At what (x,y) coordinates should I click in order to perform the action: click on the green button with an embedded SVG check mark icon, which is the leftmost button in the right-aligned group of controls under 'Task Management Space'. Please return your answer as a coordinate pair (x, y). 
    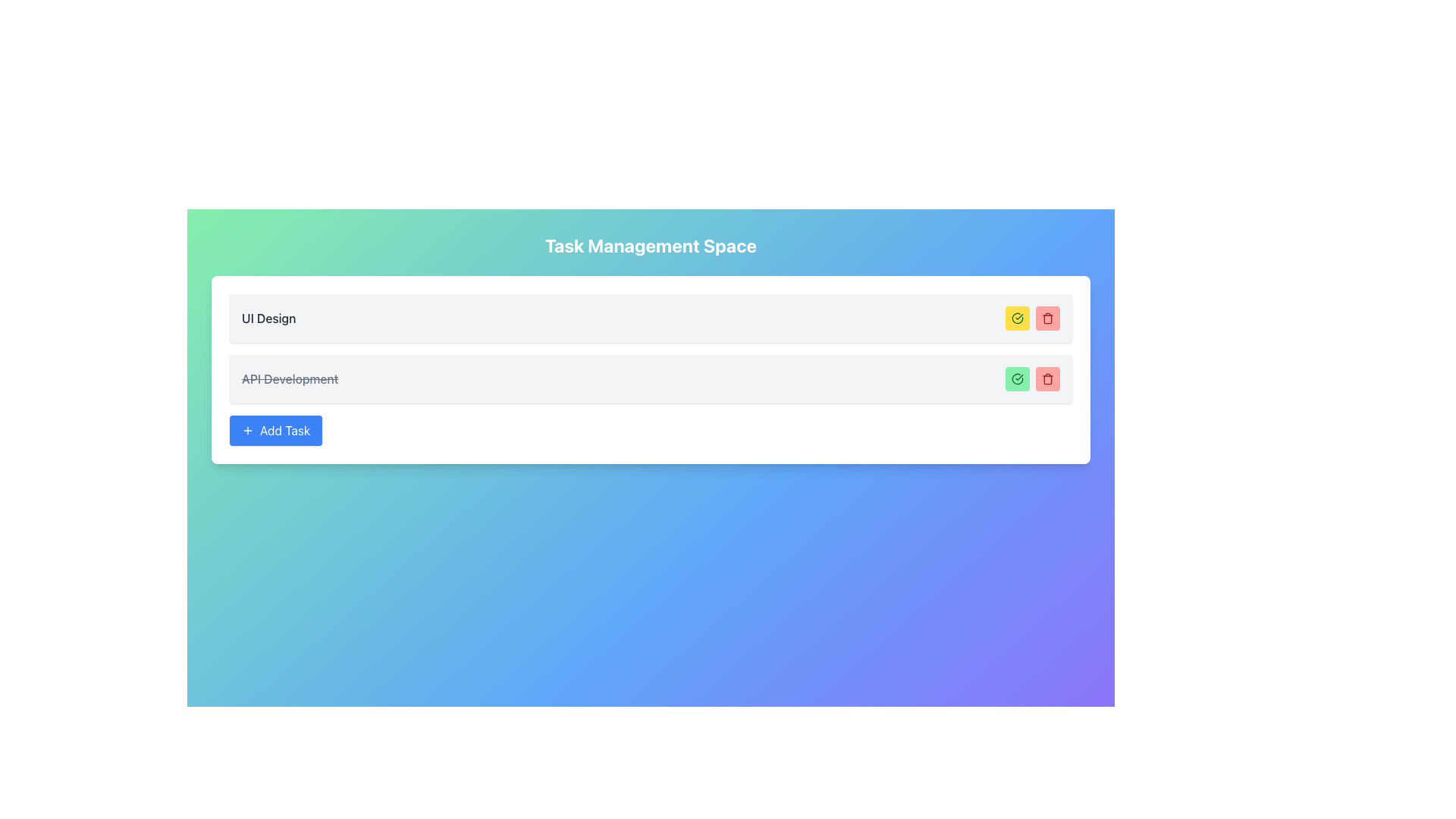
    Looking at the image, I should click on (1018, 378).